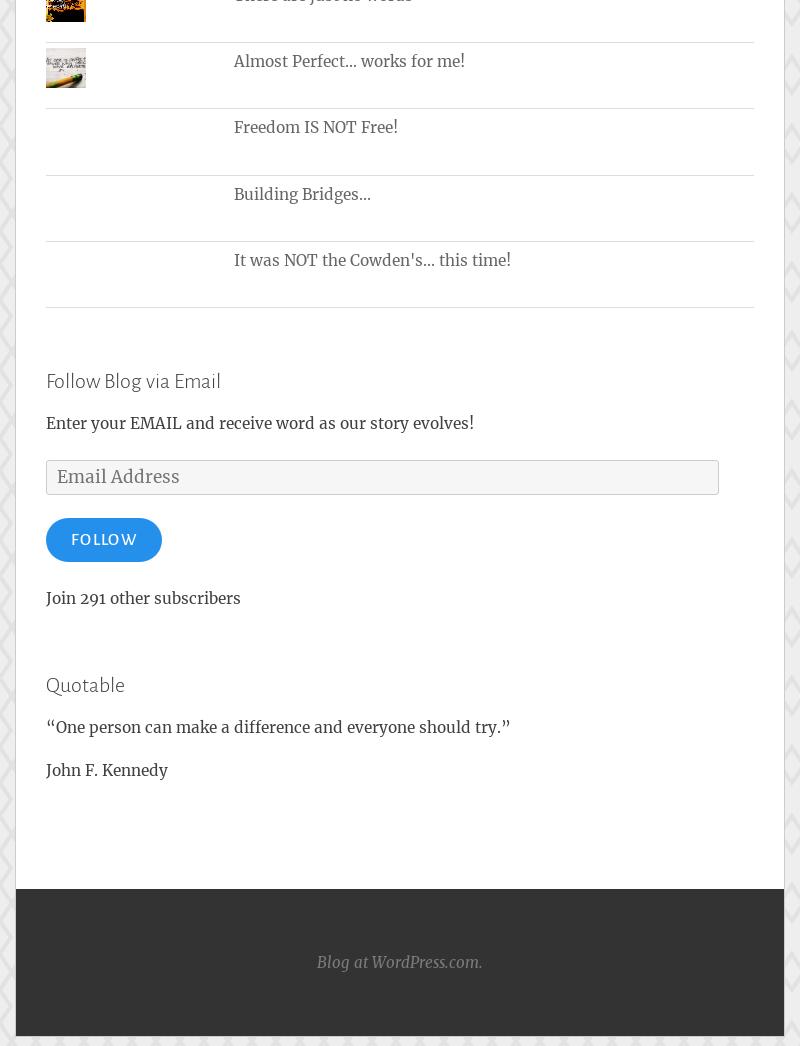  I want to click on 'Blog at WordPress.com.', so click(400, 961).